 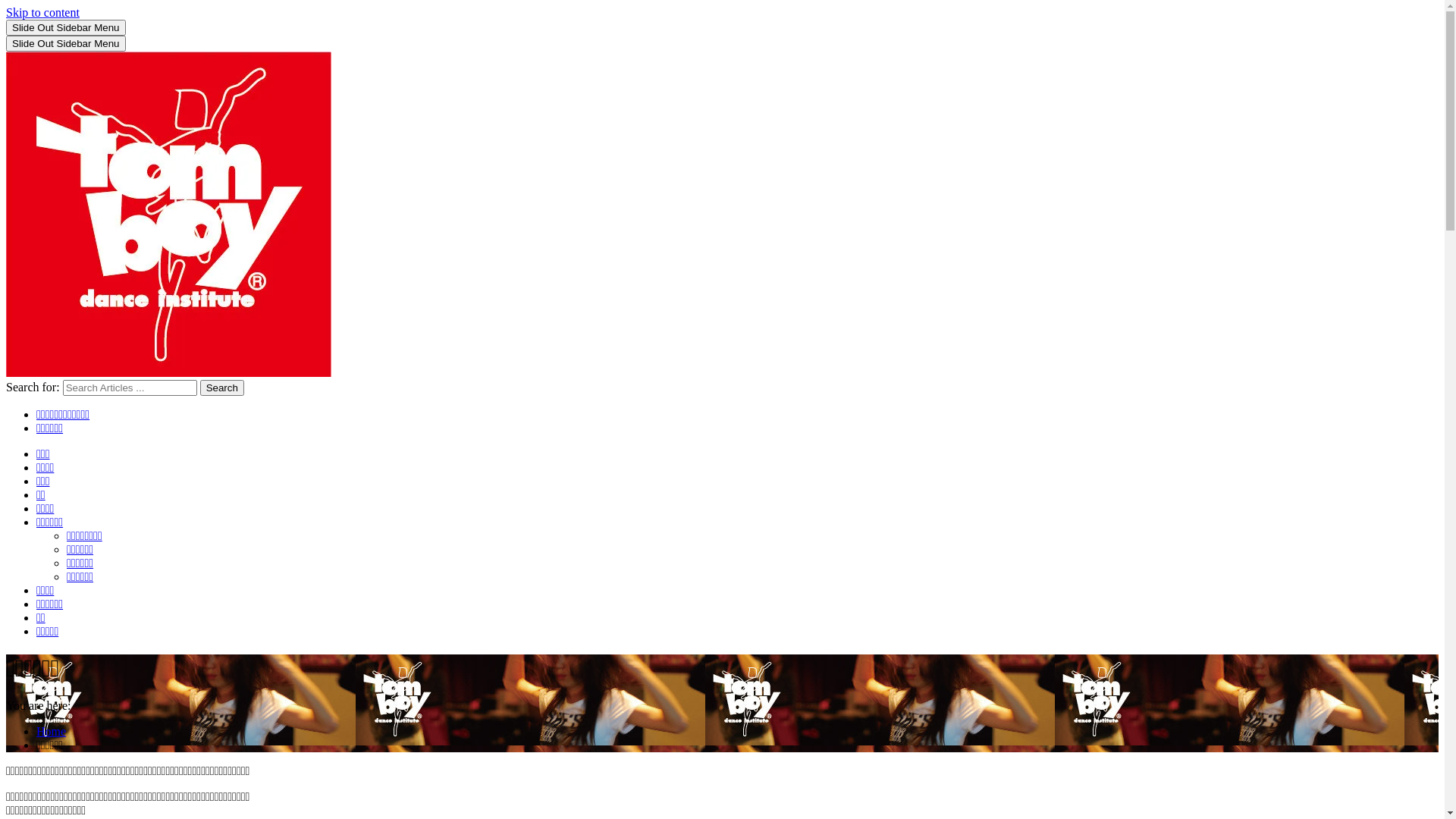 What do you see at coordinates (64, 42) in the screenshot?
I see `'Slide Out Sidebar Menu'` at bounding box center [64, 42].